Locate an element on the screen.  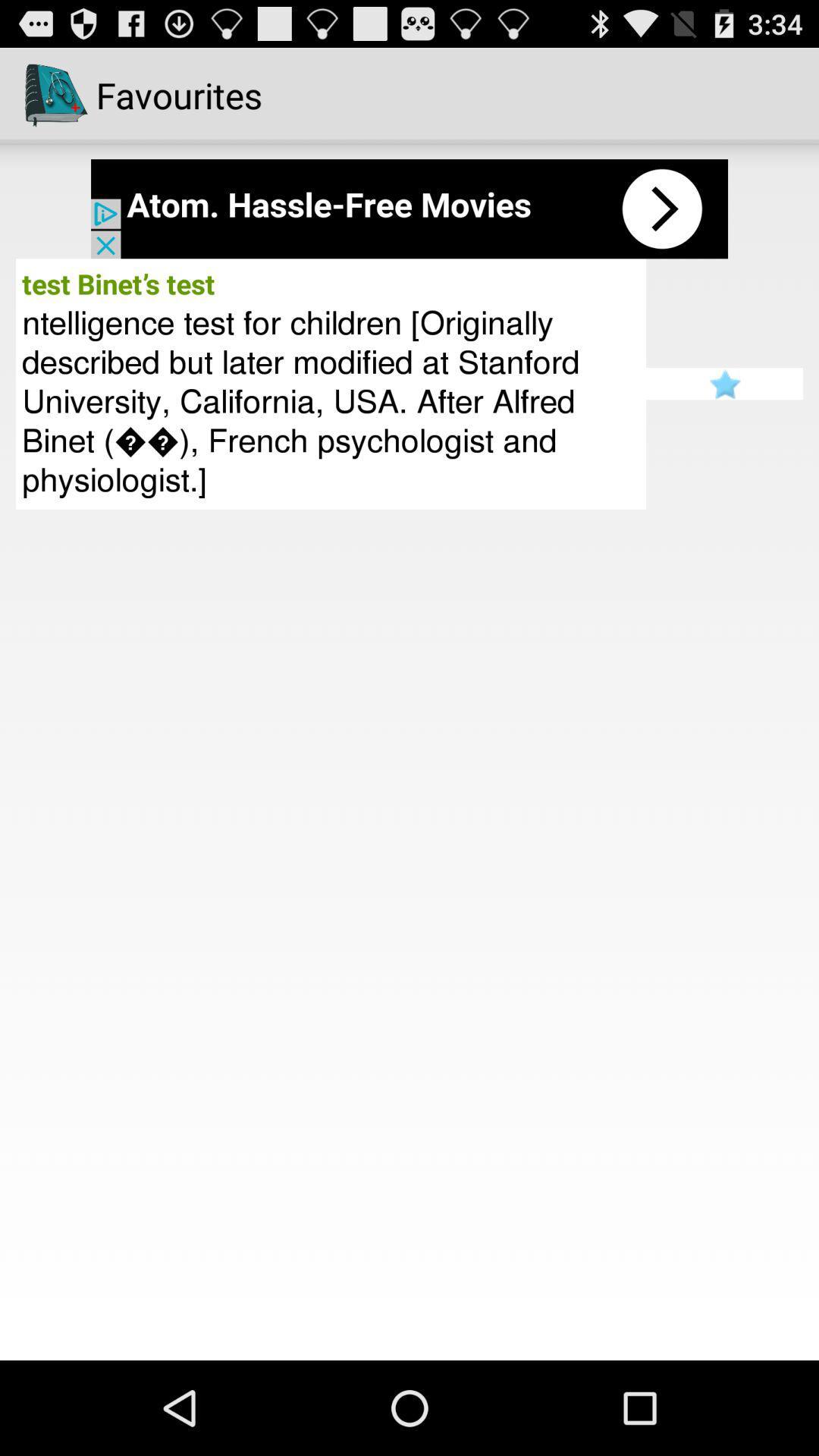
open advertisement is located at coordinates (409, 208).